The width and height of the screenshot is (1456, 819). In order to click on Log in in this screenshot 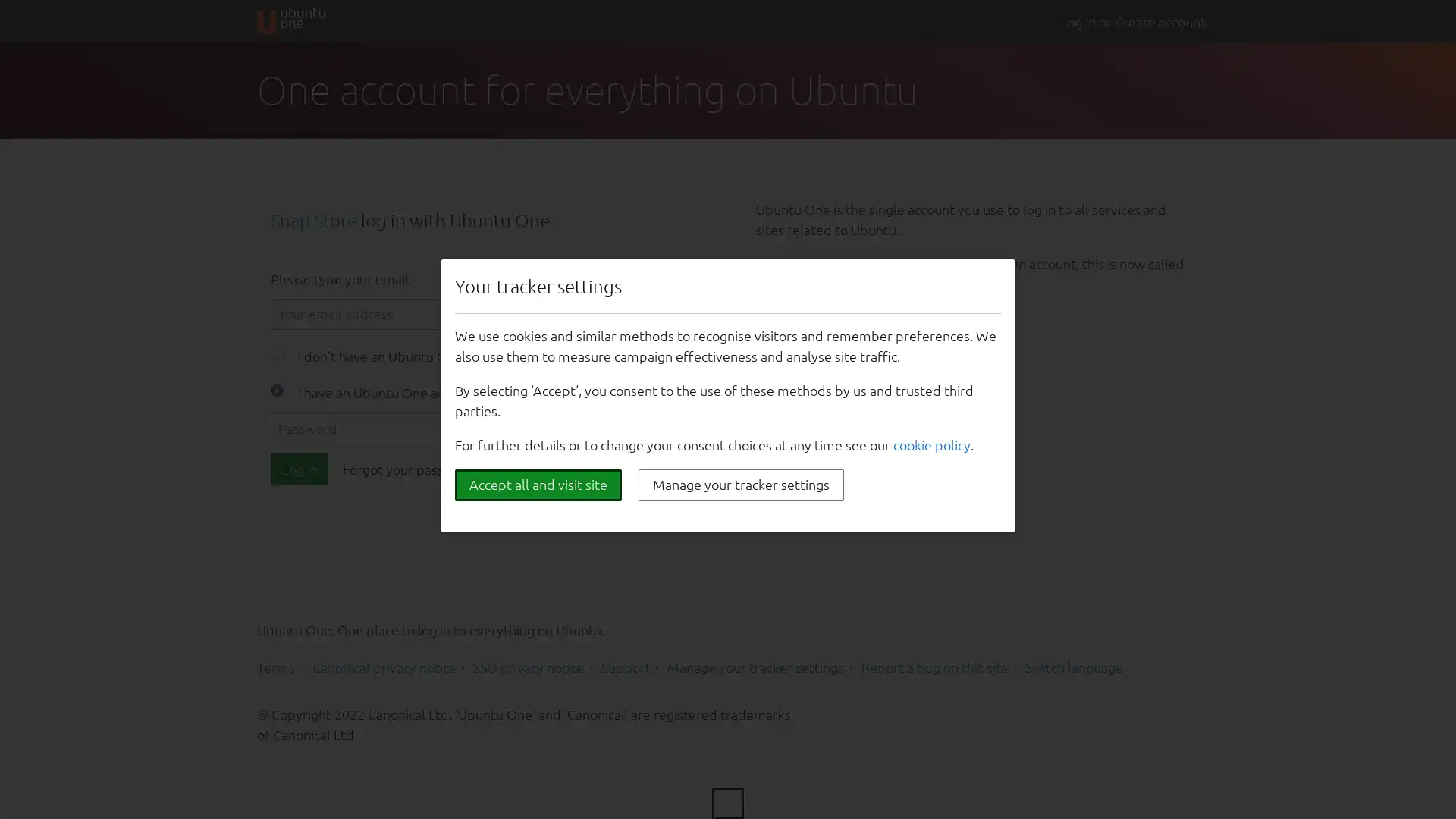, I will do `click(299, 468)`.